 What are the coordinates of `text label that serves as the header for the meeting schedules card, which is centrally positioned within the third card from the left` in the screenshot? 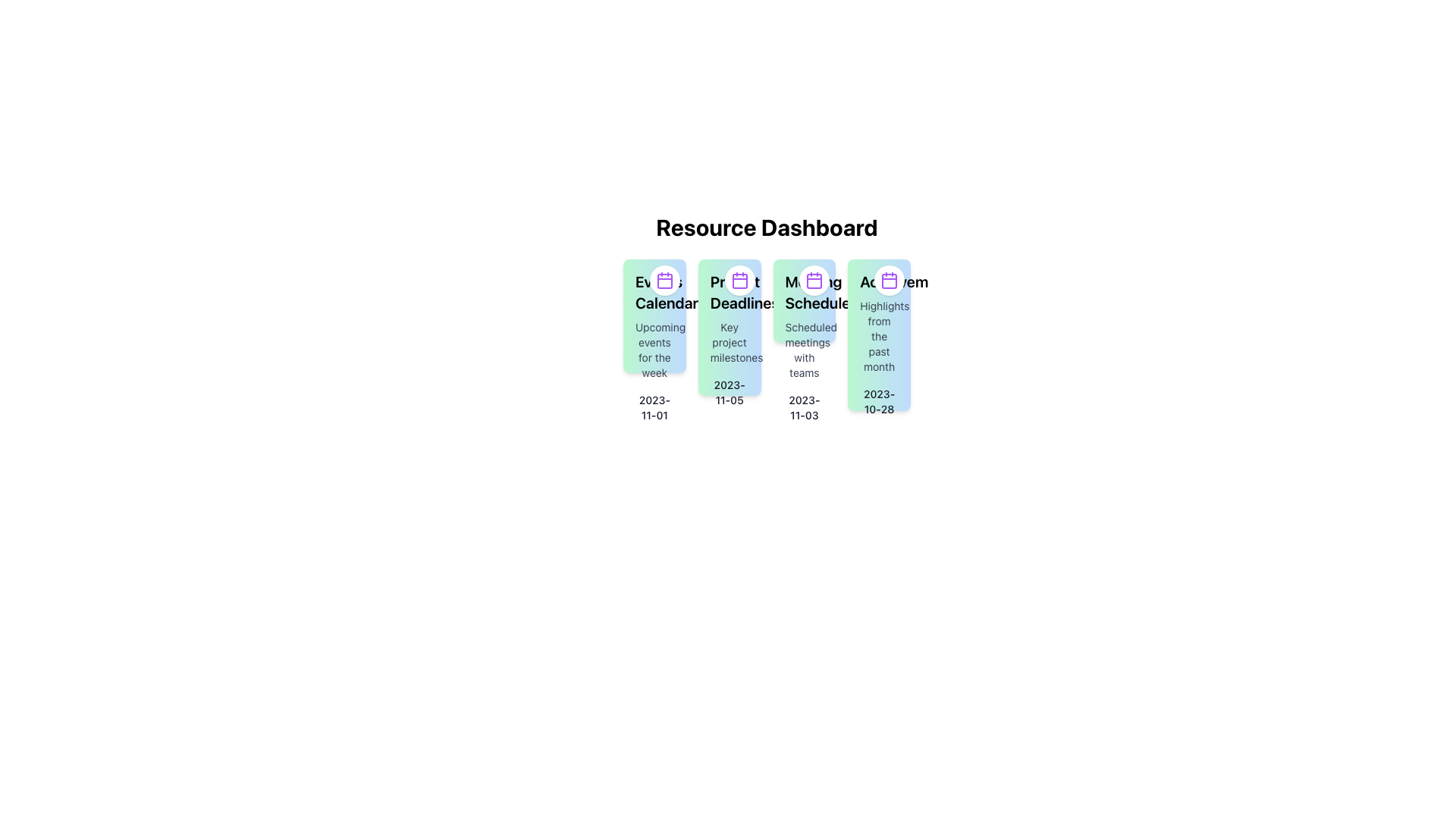 It's located at (803, 292).